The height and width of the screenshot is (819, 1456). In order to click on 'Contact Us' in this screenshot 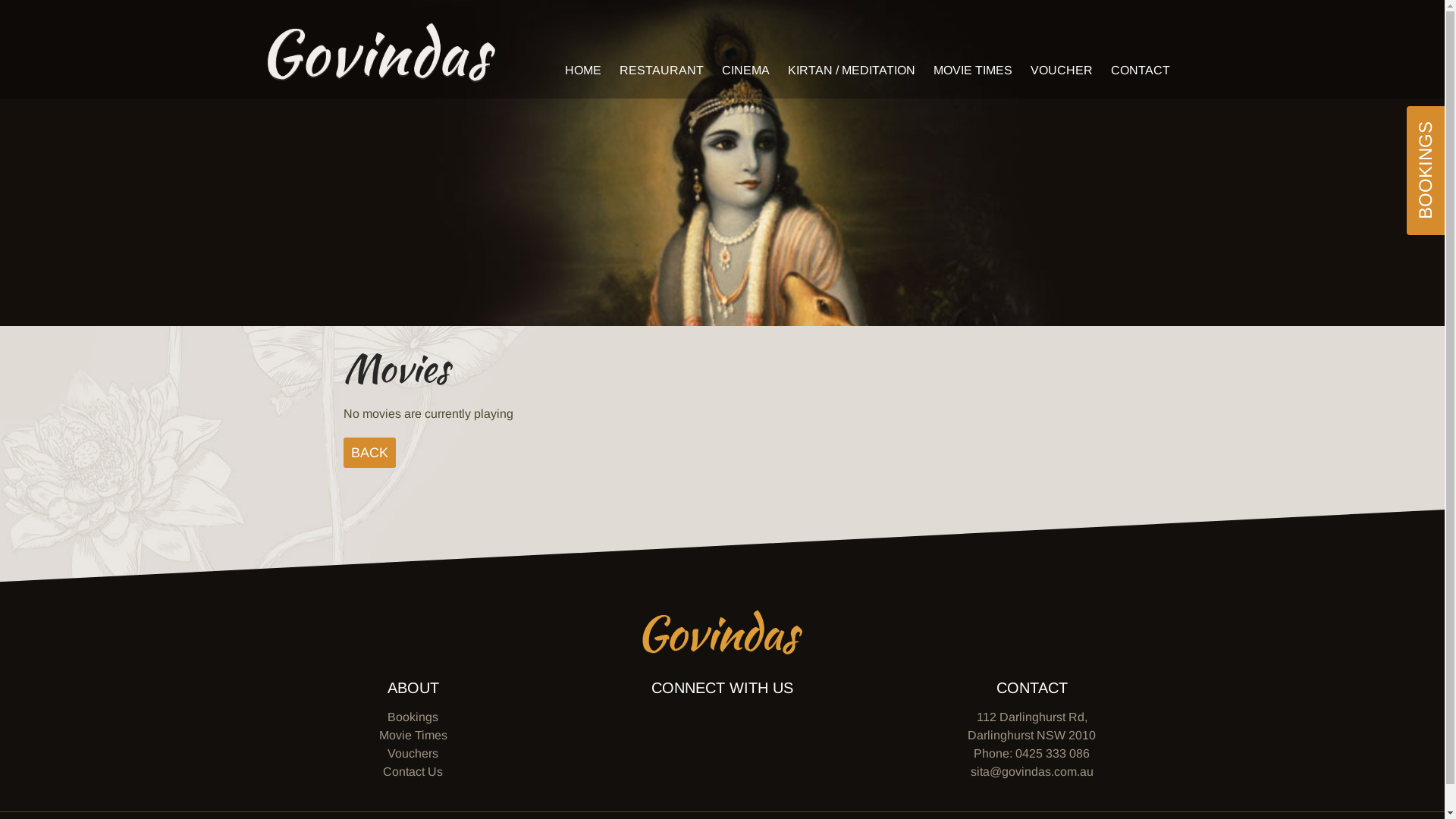, I will do `click(413, 771)`.